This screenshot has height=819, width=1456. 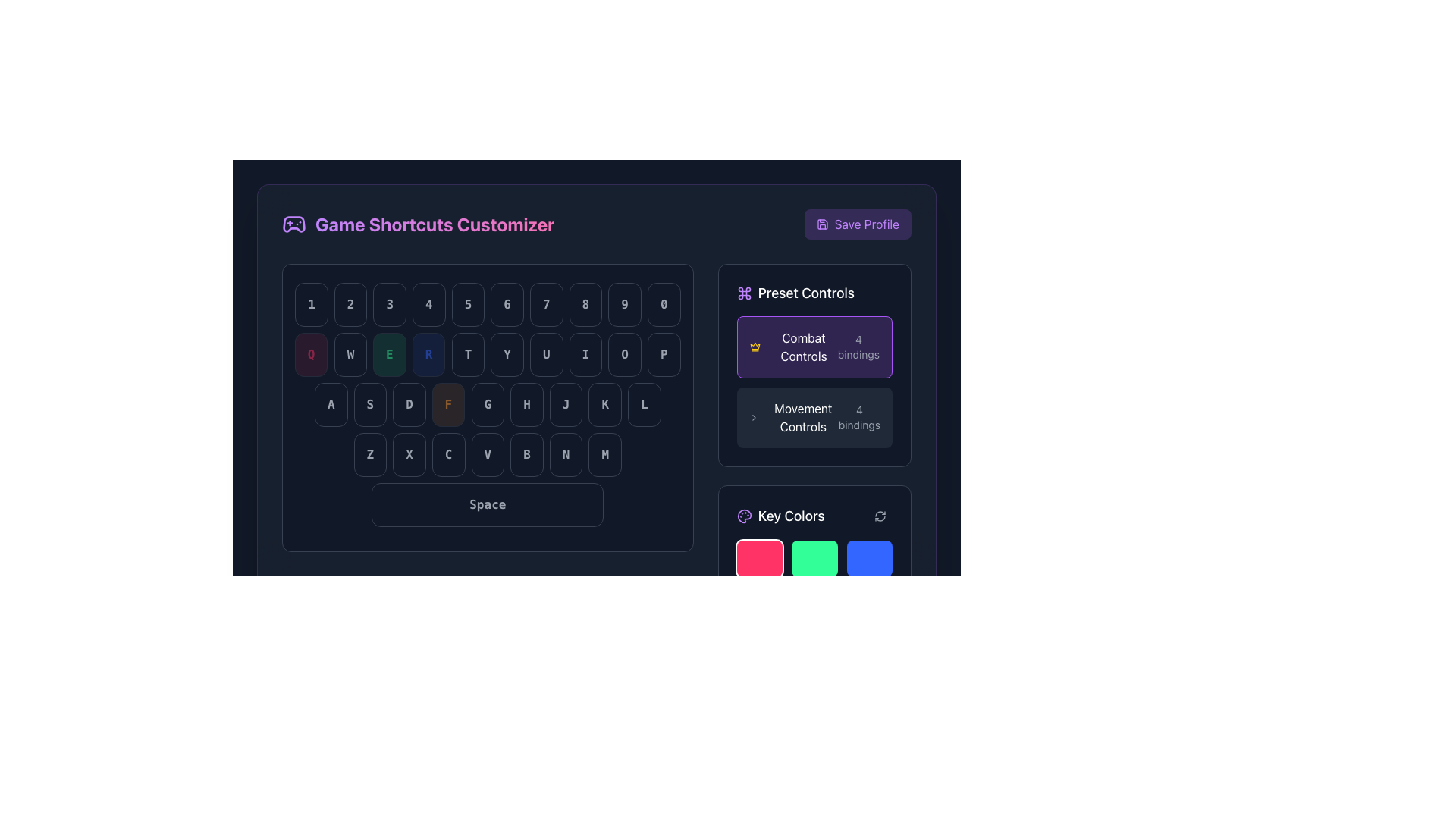 I want to click on the rectangular button displaying the letter 'B' in bold, light-gray text on a dark-blue background, which is the fifth item in the row containing the keys 'ZXCVBNM' to simulate pressing the 'B' key, so click(x=527, y=454).